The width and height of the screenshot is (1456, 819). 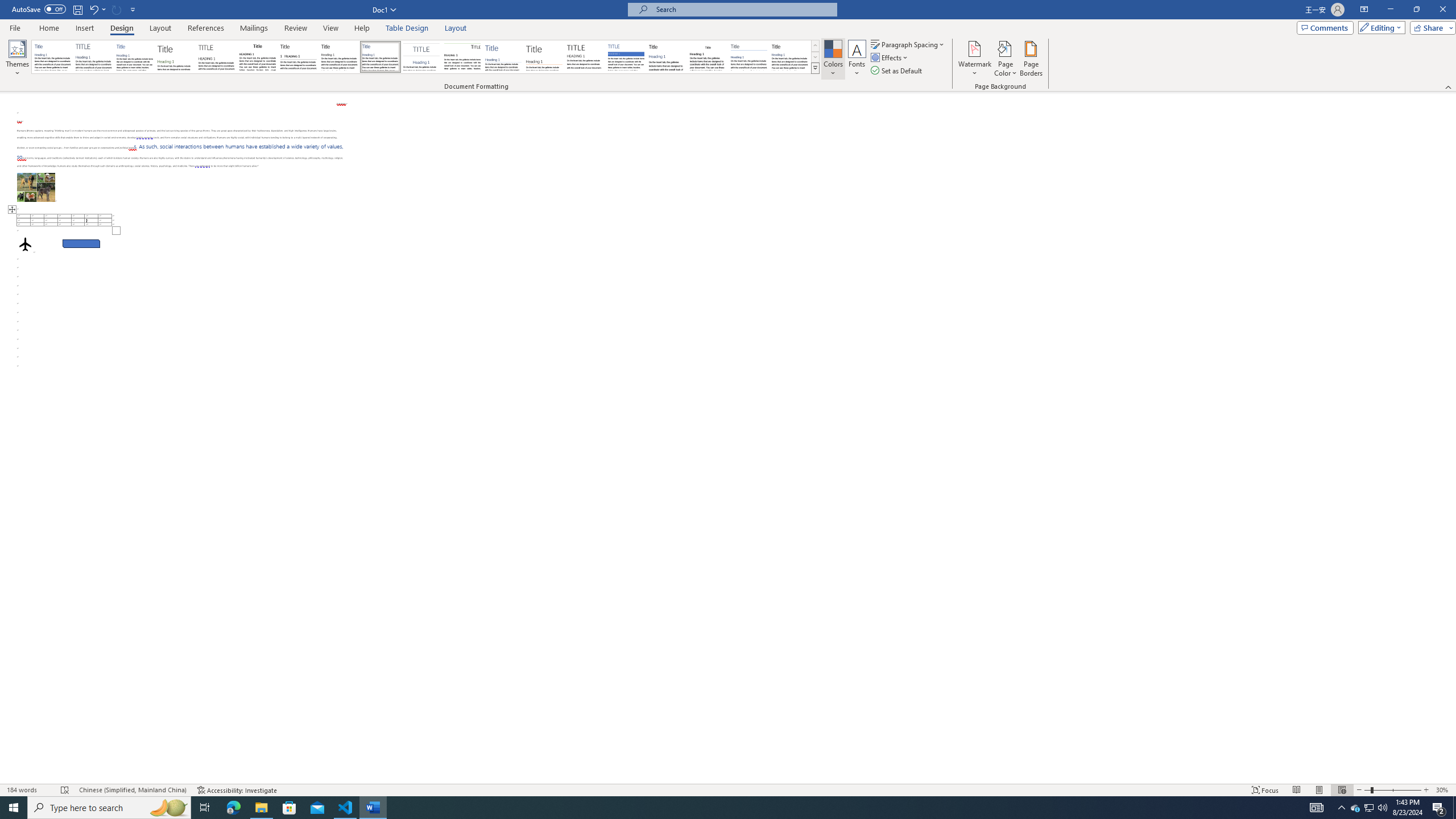 I want to click on 'Black & White (Classic)', so click(x=257, y=56).